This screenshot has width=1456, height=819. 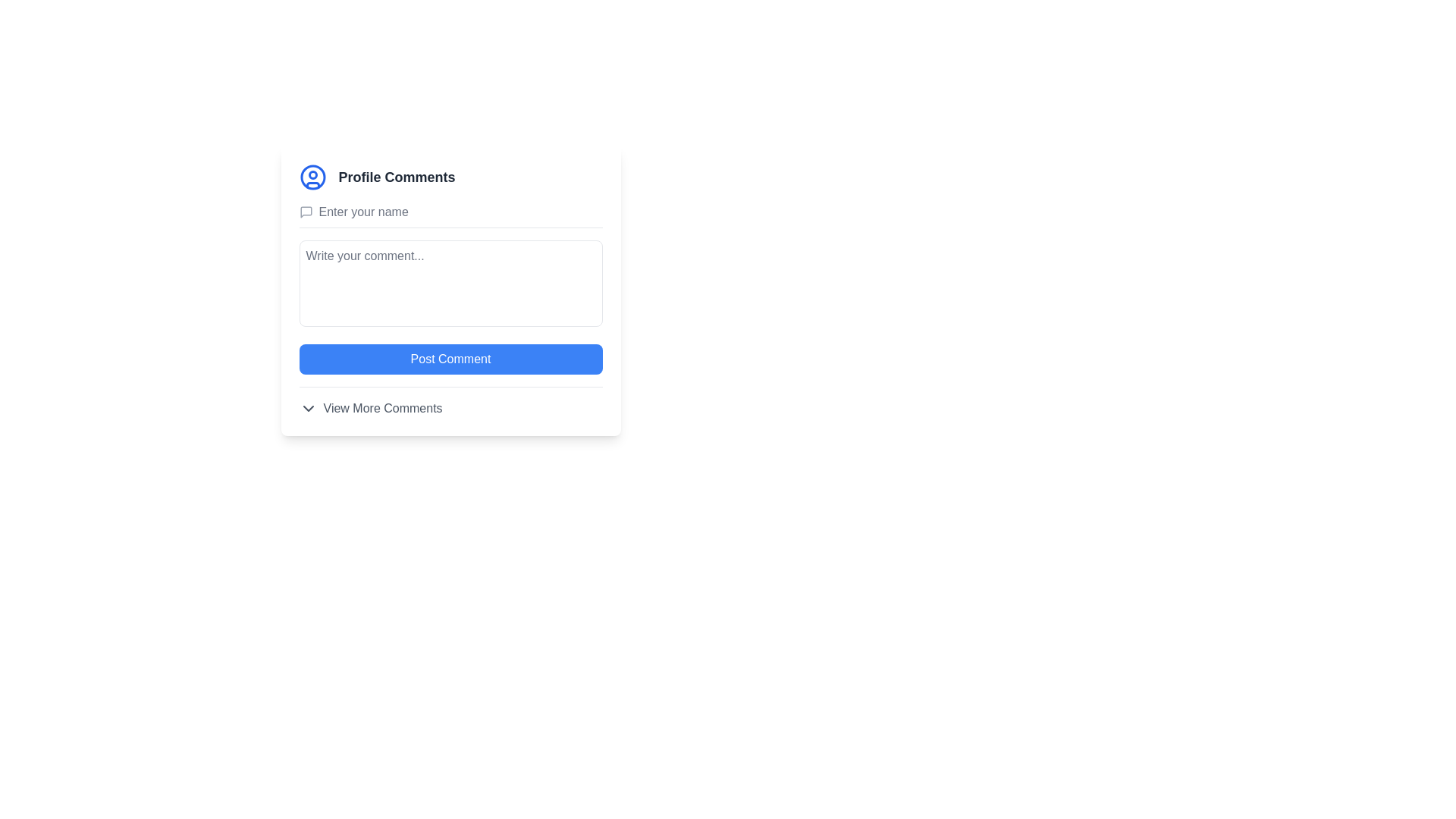 I want to click on inner circular SVG element situated at the top of the user icon, which represents the head of a human figure, so click(x=312, y=174).